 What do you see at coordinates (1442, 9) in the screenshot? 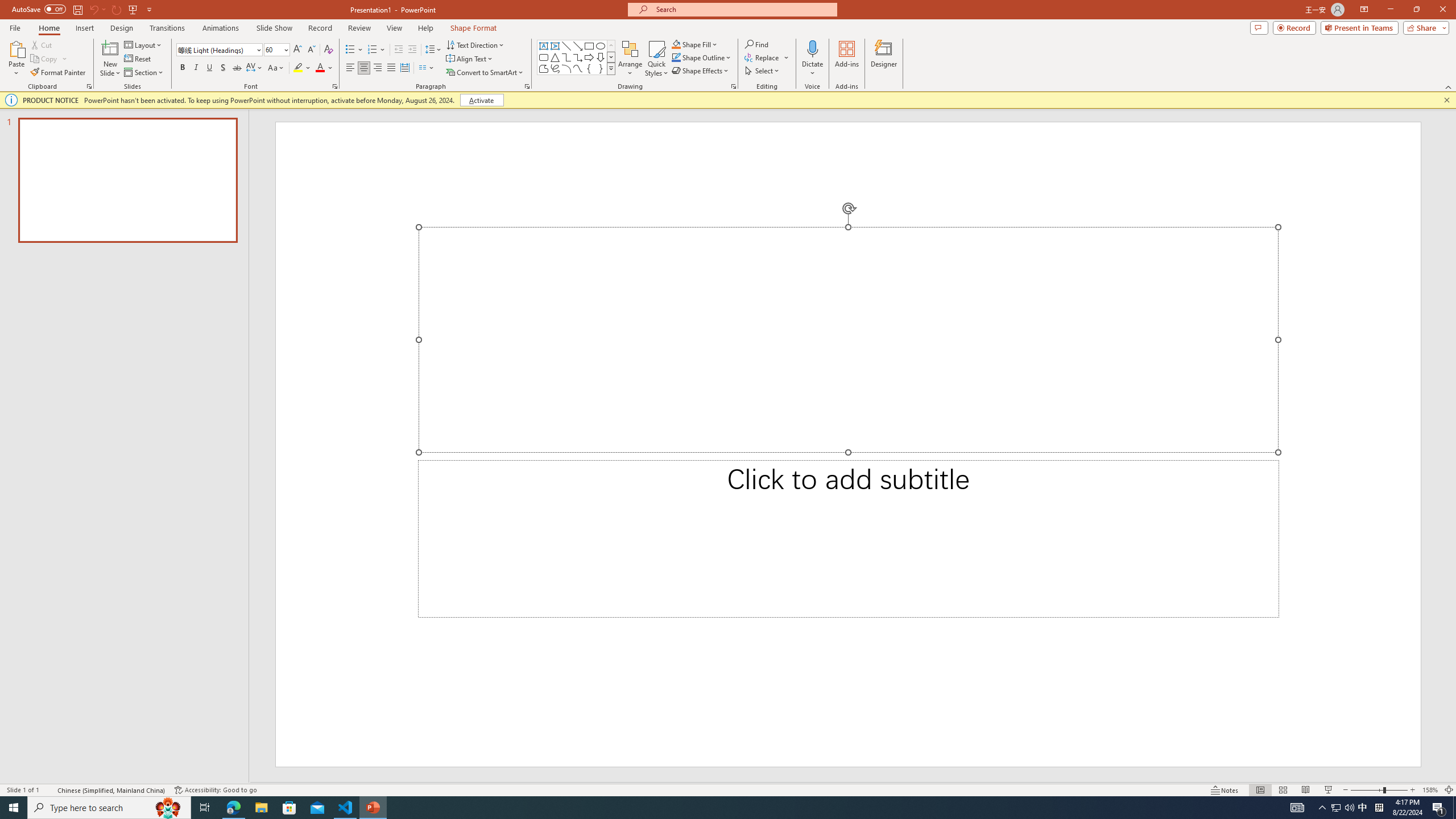
I see `'Close'` at bounding box center [1442, 9].